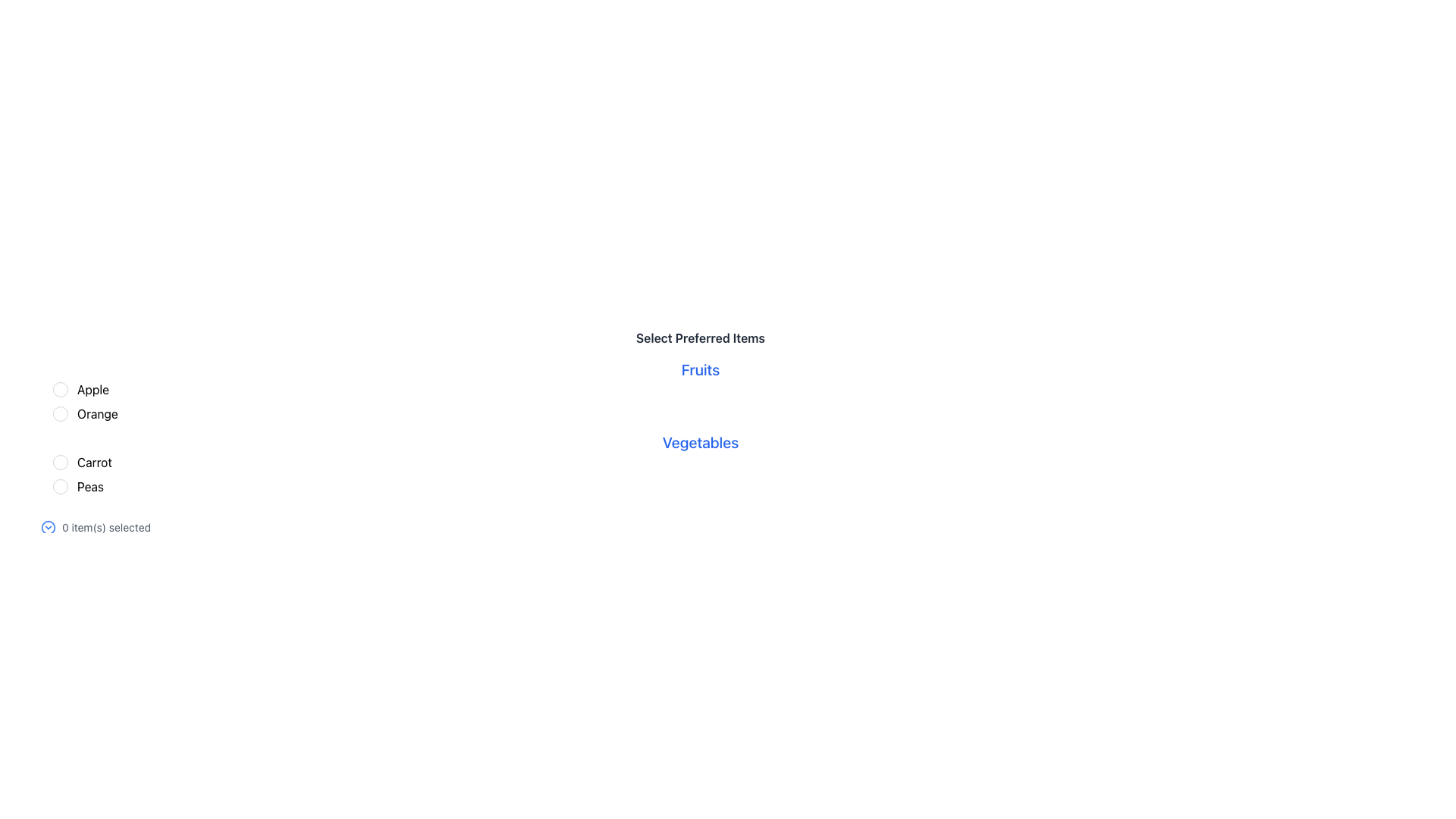  Describe the element at coordinates (61, 486) in the screenshot. I see `the radio button for the 'Peas' option` at that location.